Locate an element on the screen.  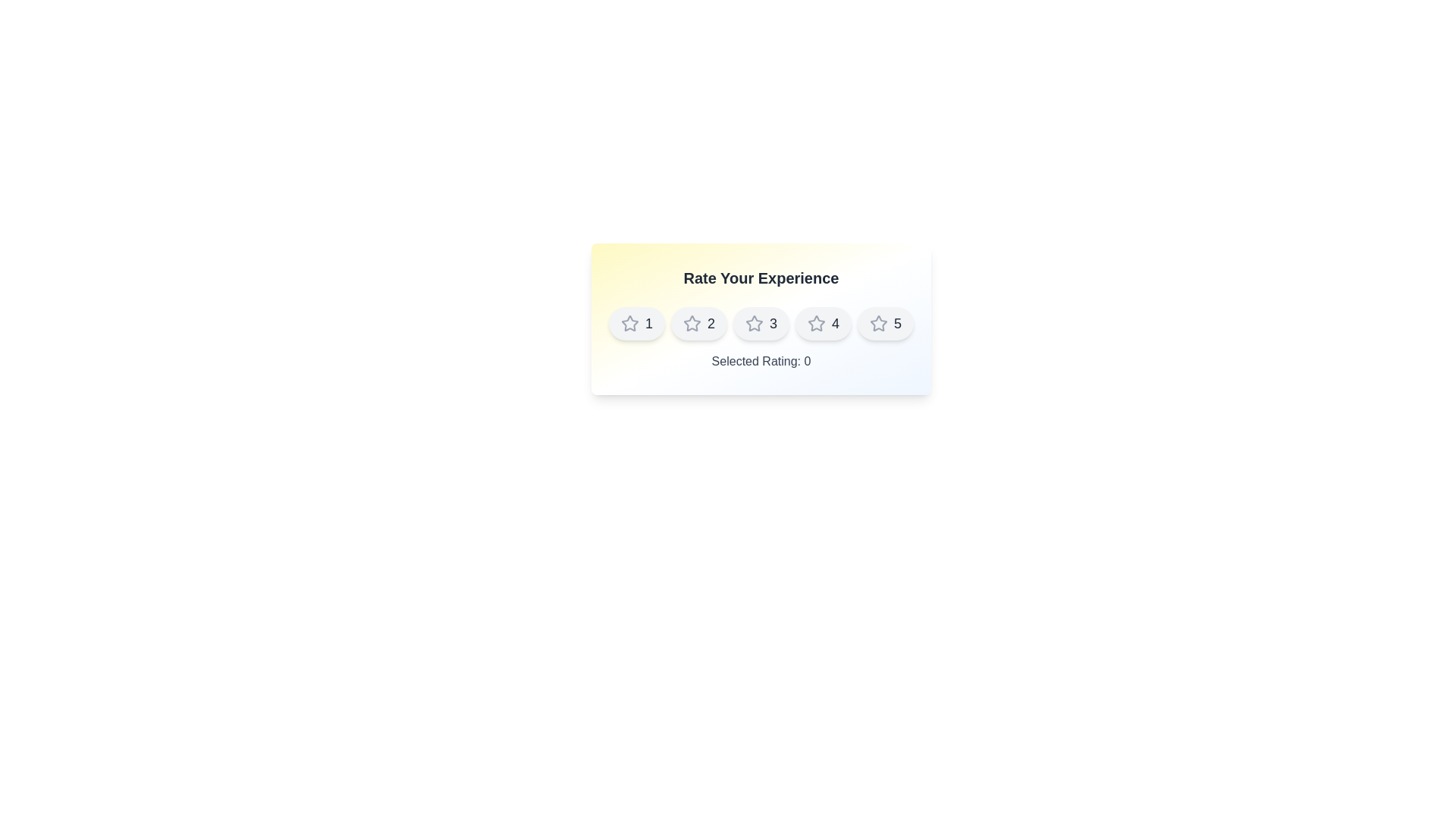
the star corresponding to 3 is located at coordinates (761, 323).